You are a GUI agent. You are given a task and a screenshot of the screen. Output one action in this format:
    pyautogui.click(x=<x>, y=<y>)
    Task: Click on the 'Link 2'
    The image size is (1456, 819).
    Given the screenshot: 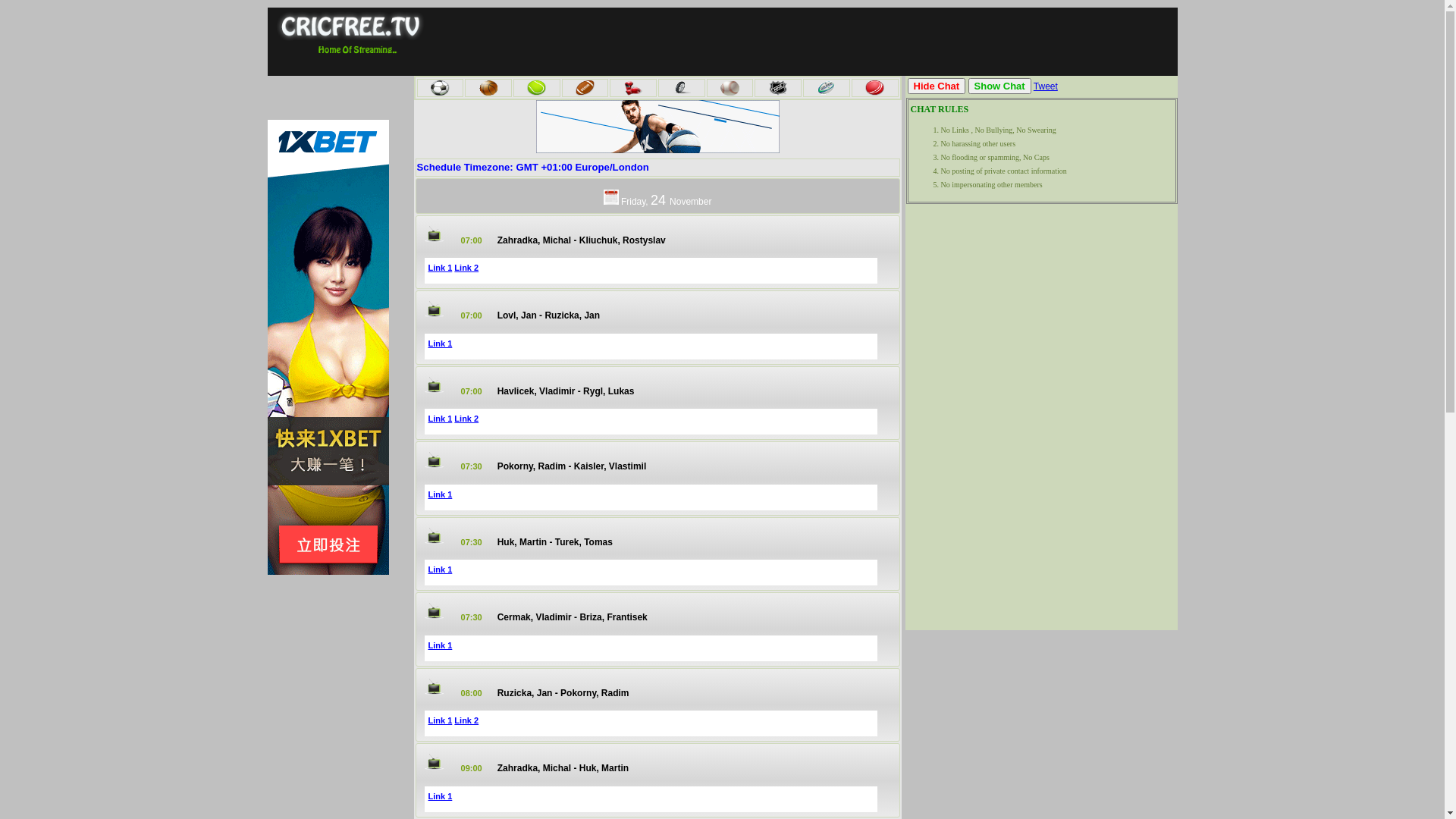 What is the action you would take?
    pyautogui.click(x=465, y=267)
    